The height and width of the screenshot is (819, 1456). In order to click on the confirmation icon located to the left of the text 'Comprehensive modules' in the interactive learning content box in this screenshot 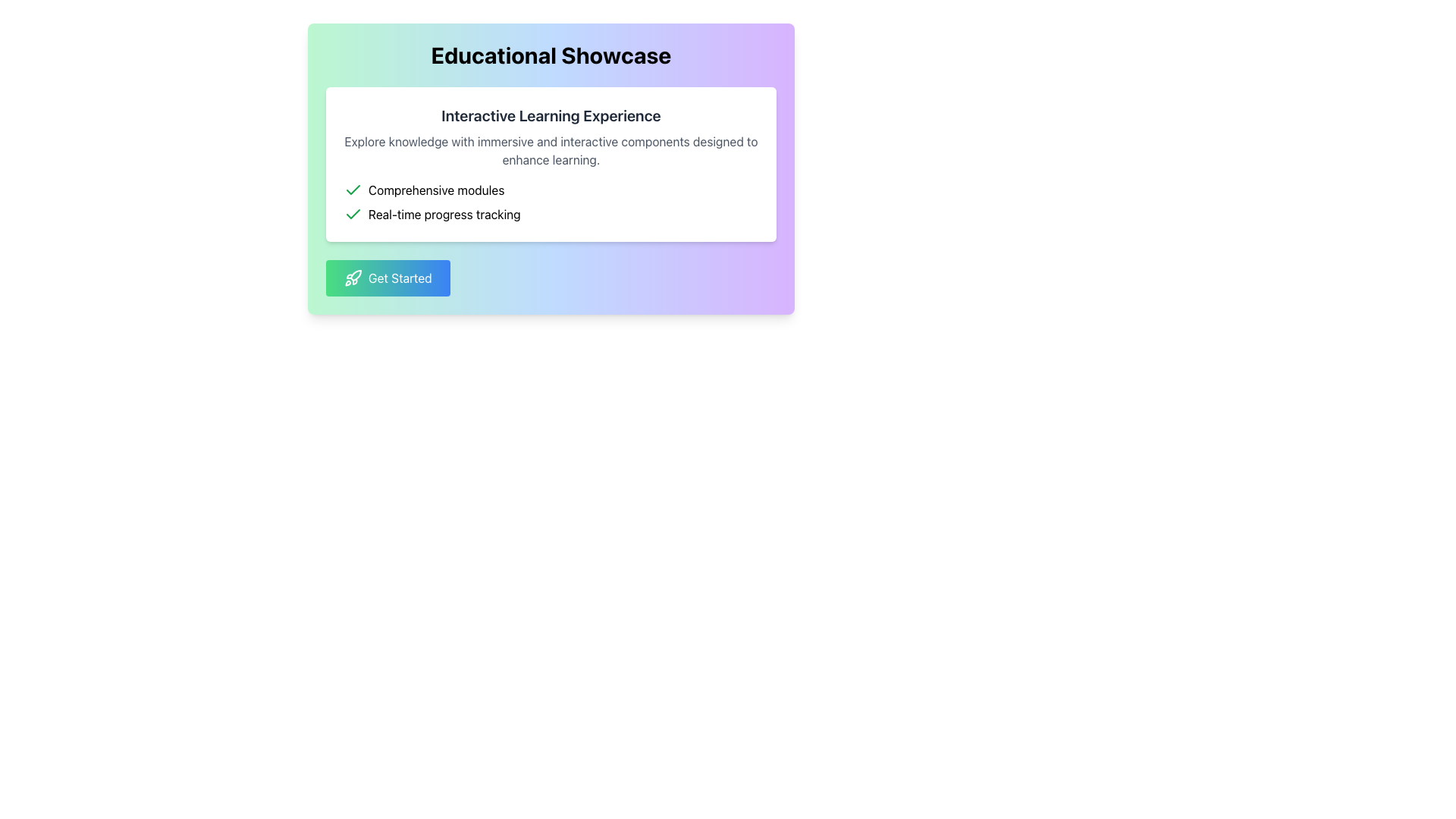, I will do `click(352, 189)`.